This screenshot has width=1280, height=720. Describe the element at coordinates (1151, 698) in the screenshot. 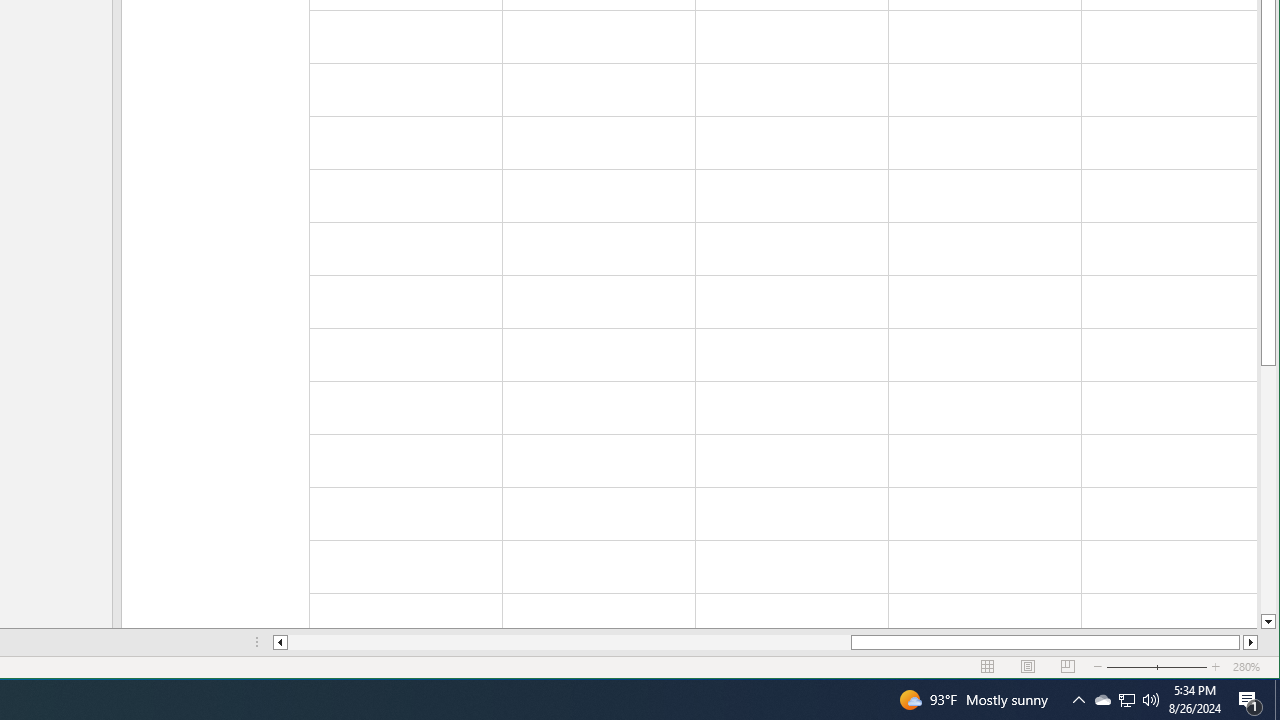

I see `'Q2790: 100%'` at that location.